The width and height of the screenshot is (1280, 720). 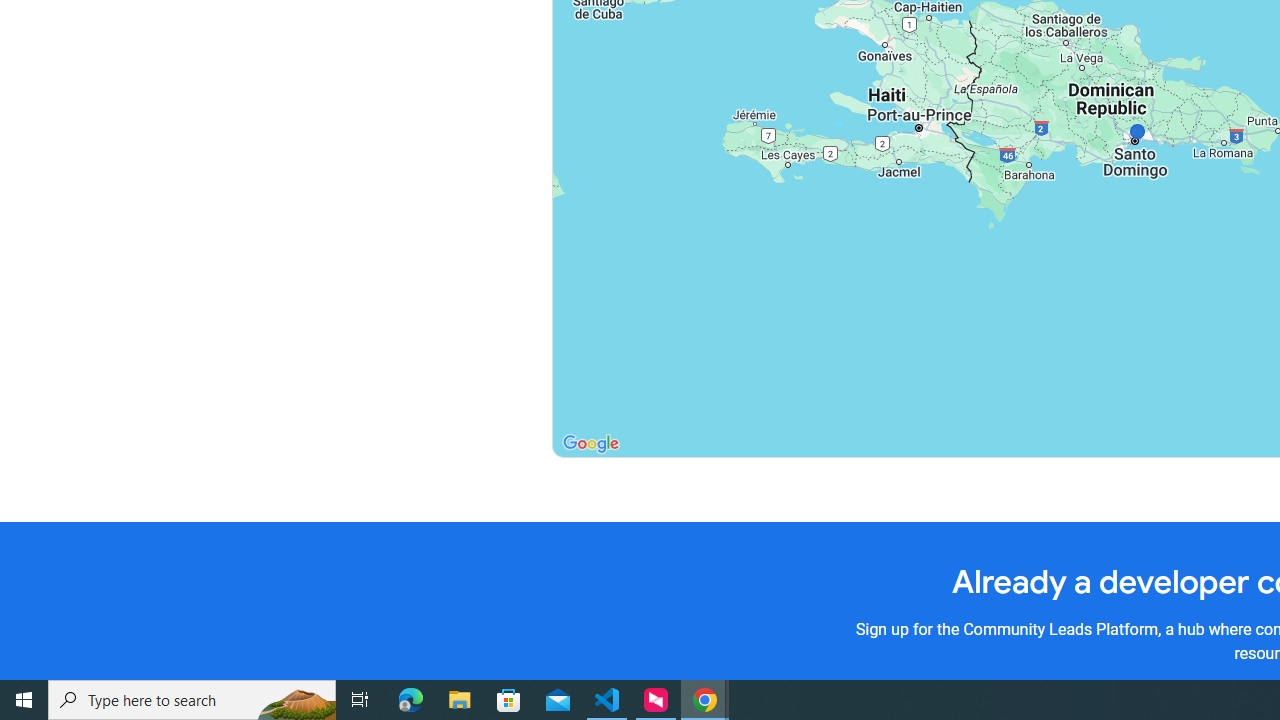 What do you see at coordinates (589, 443) in the screenshot?
I see `'Google'` at bounding box center [589, 443].